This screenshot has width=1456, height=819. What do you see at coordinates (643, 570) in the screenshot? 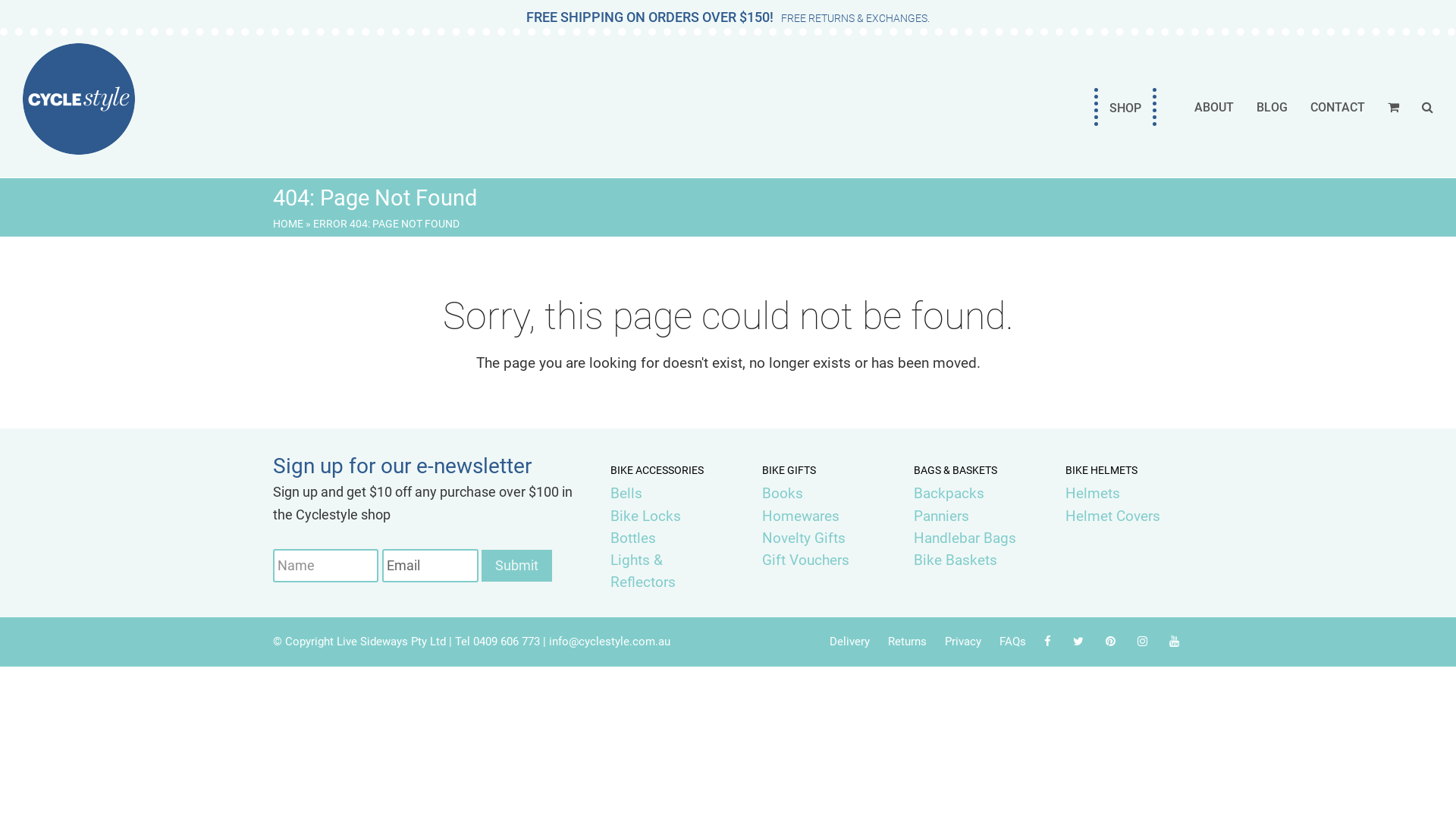
I see `'Lights & Reflectors'` at bounding box center [643, 570].